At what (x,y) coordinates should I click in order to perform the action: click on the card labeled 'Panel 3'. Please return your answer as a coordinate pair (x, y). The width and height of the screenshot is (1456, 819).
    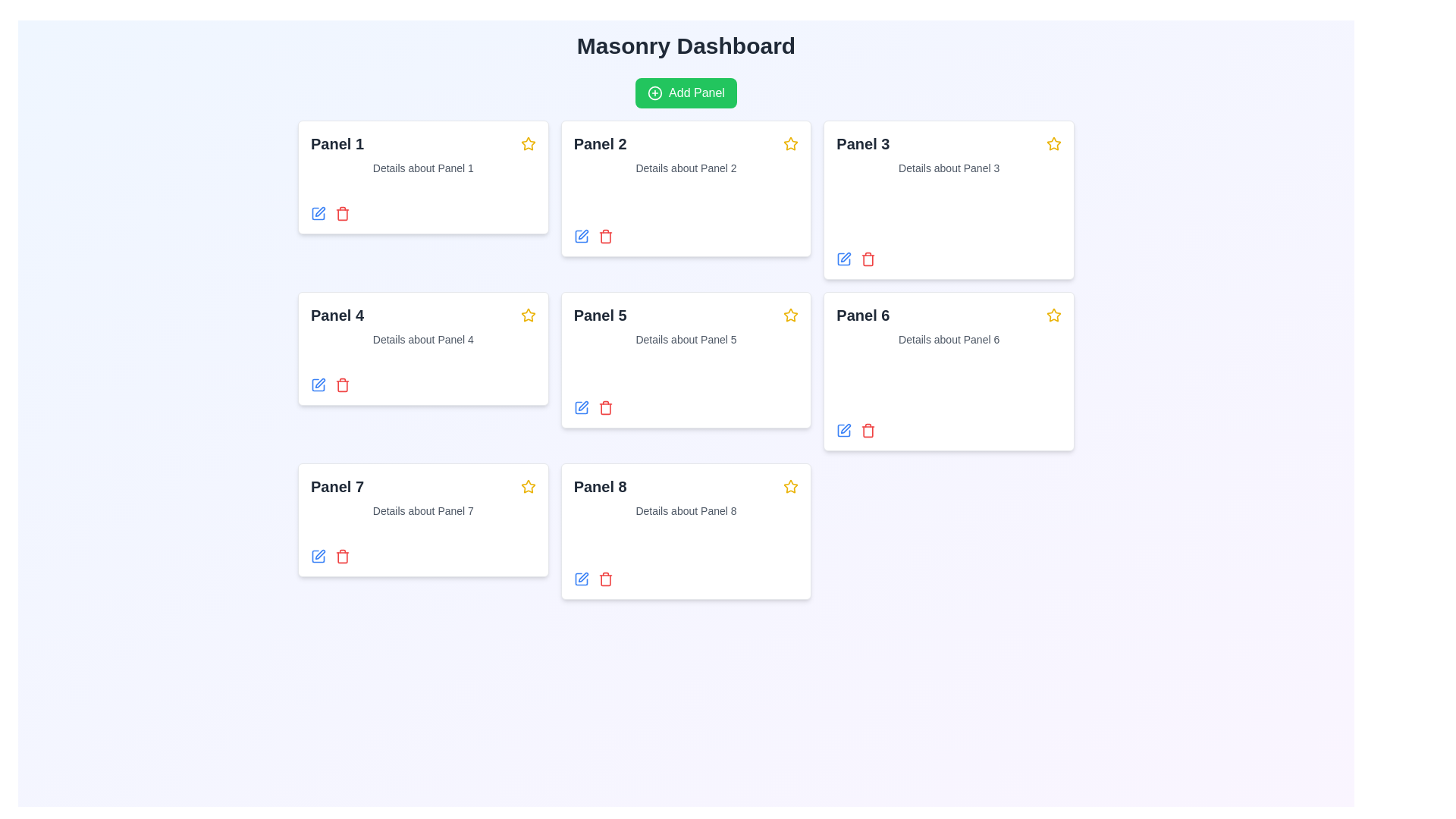
    Looking at the image, I should click on (863, 143).